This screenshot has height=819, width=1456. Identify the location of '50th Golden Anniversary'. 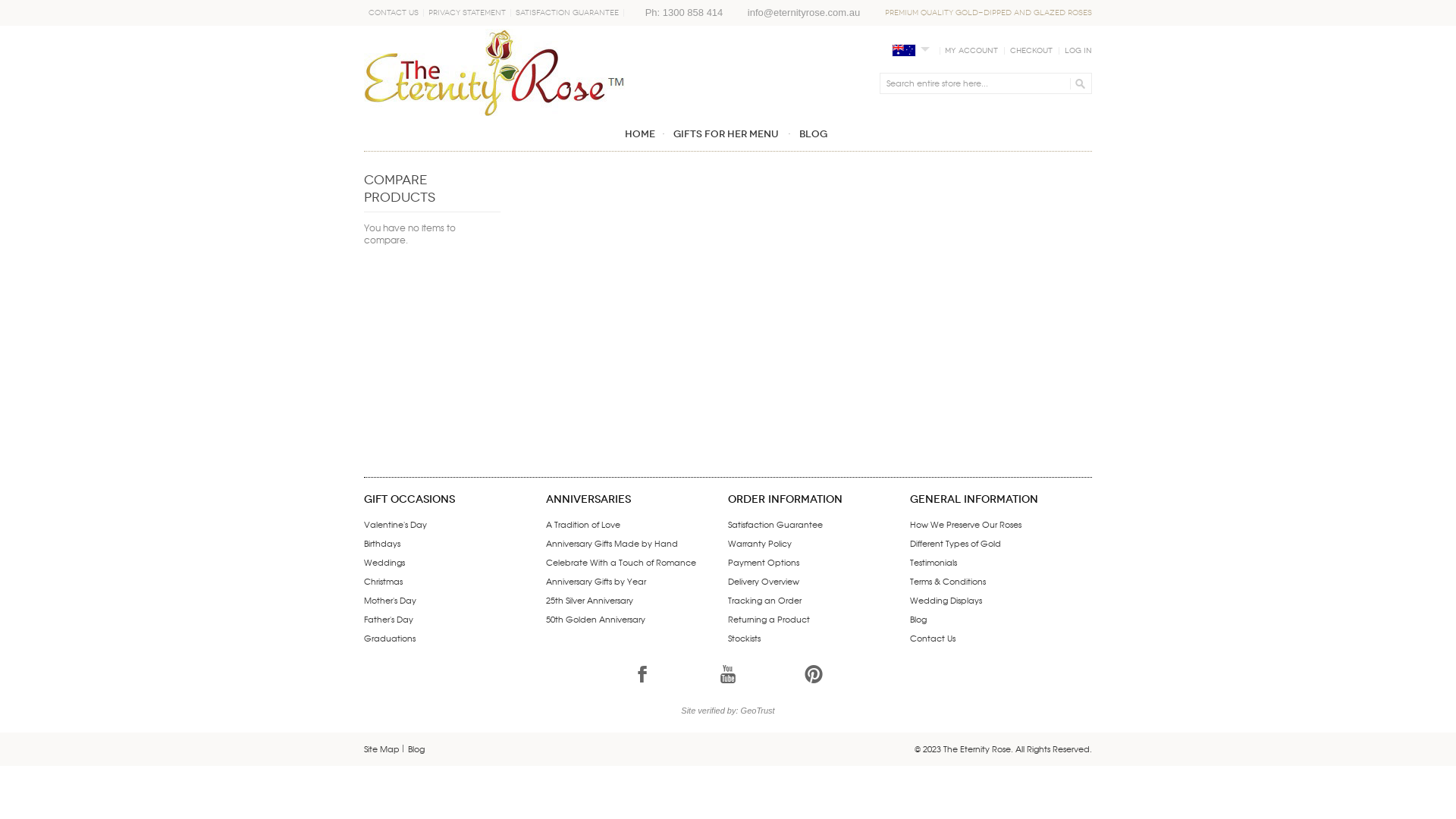
(595, 619).